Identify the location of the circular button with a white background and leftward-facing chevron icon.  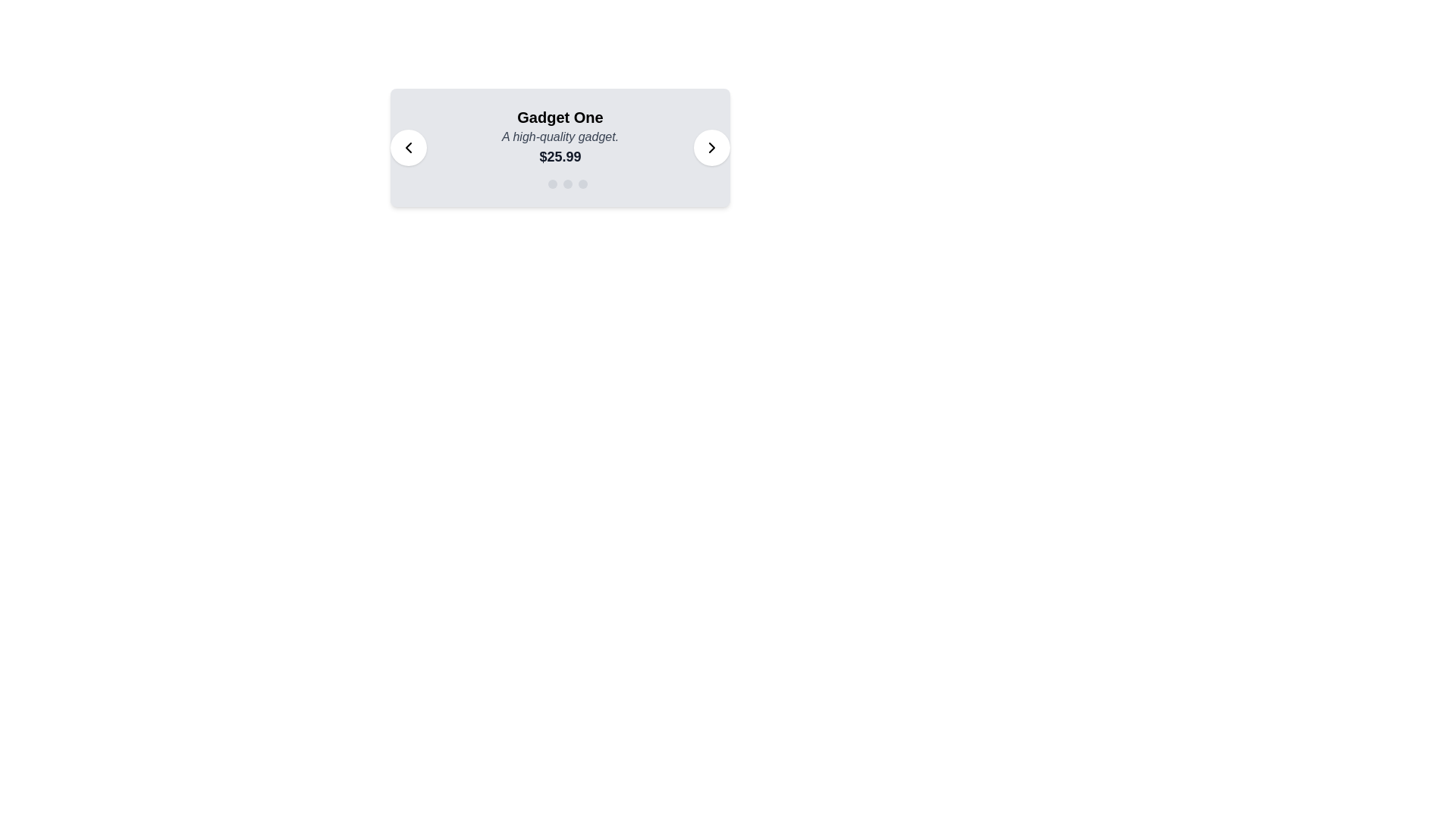
(408, 148).